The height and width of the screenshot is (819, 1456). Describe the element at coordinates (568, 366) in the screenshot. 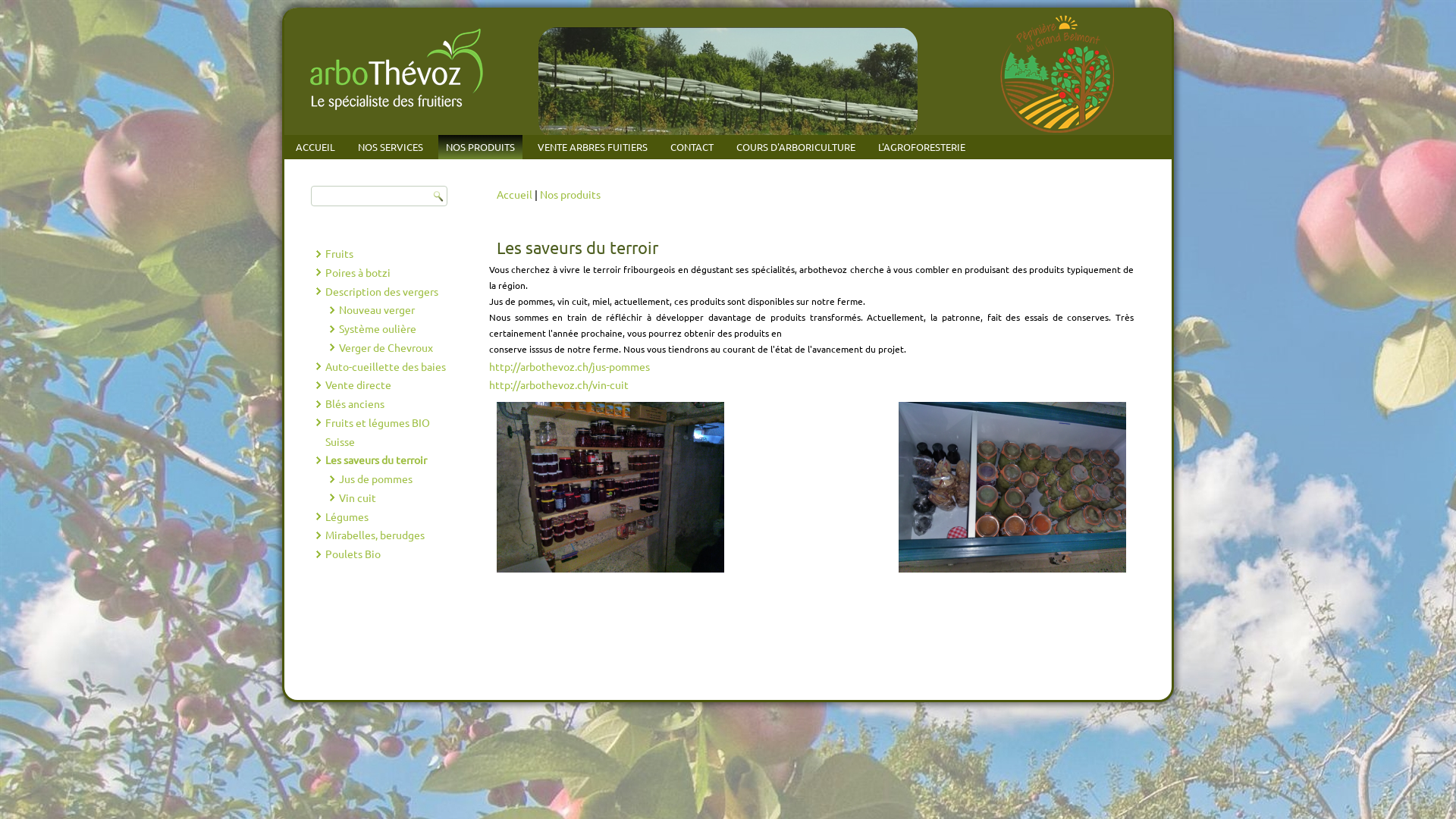

I see `'http://arbothevoz.ch/jus-pommes'` at that location.